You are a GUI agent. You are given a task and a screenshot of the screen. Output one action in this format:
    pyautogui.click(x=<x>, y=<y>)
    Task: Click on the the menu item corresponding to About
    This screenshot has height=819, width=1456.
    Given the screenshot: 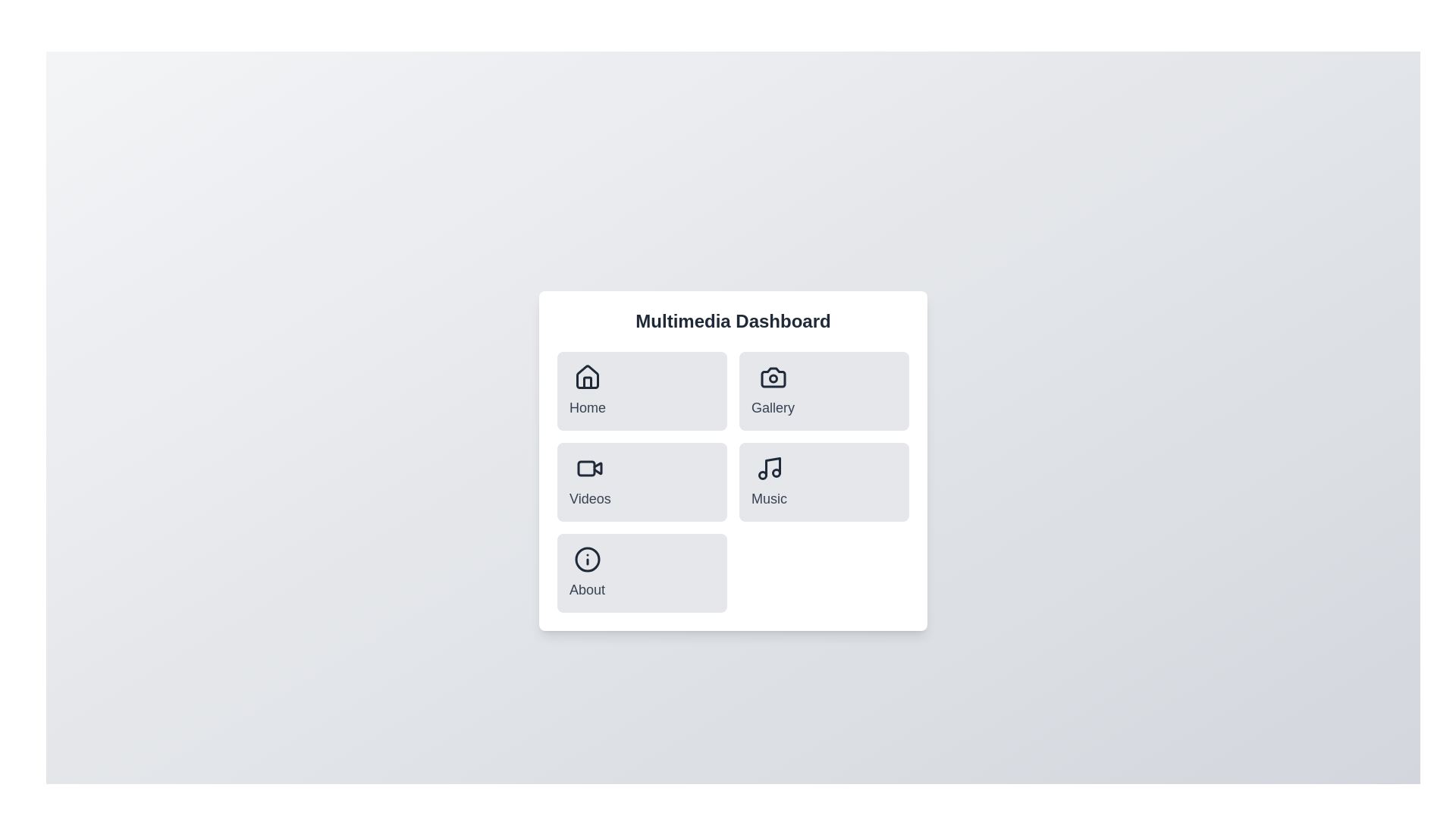 What is the action you would take?
    pyautogui.click(x=585, y=573)
    